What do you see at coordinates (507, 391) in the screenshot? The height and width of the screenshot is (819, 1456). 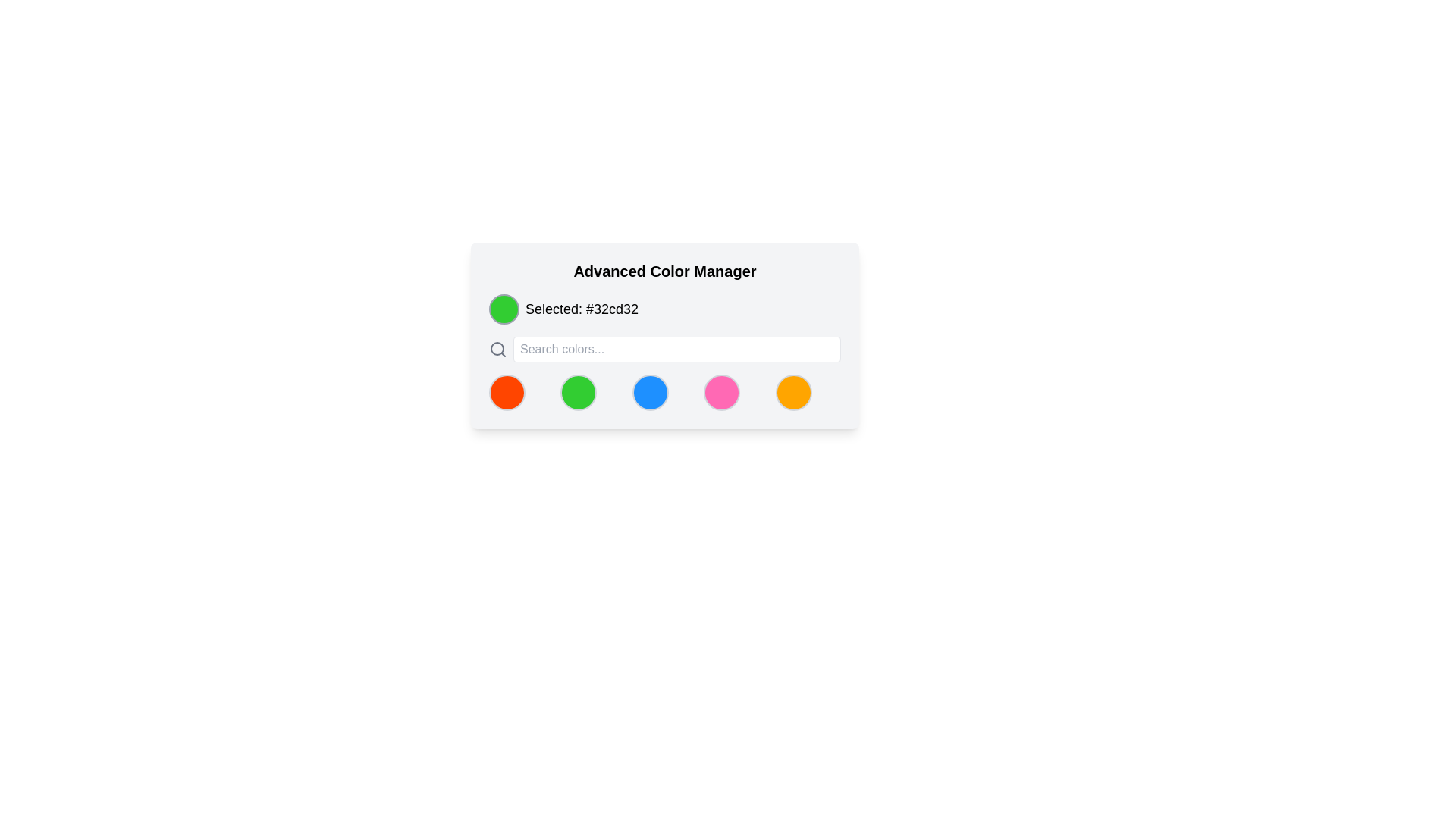 I see `the bright red circular Color selection button located in the bottom section of the 'Advanced Color Manager' panel` at bounding box center [507, 391].